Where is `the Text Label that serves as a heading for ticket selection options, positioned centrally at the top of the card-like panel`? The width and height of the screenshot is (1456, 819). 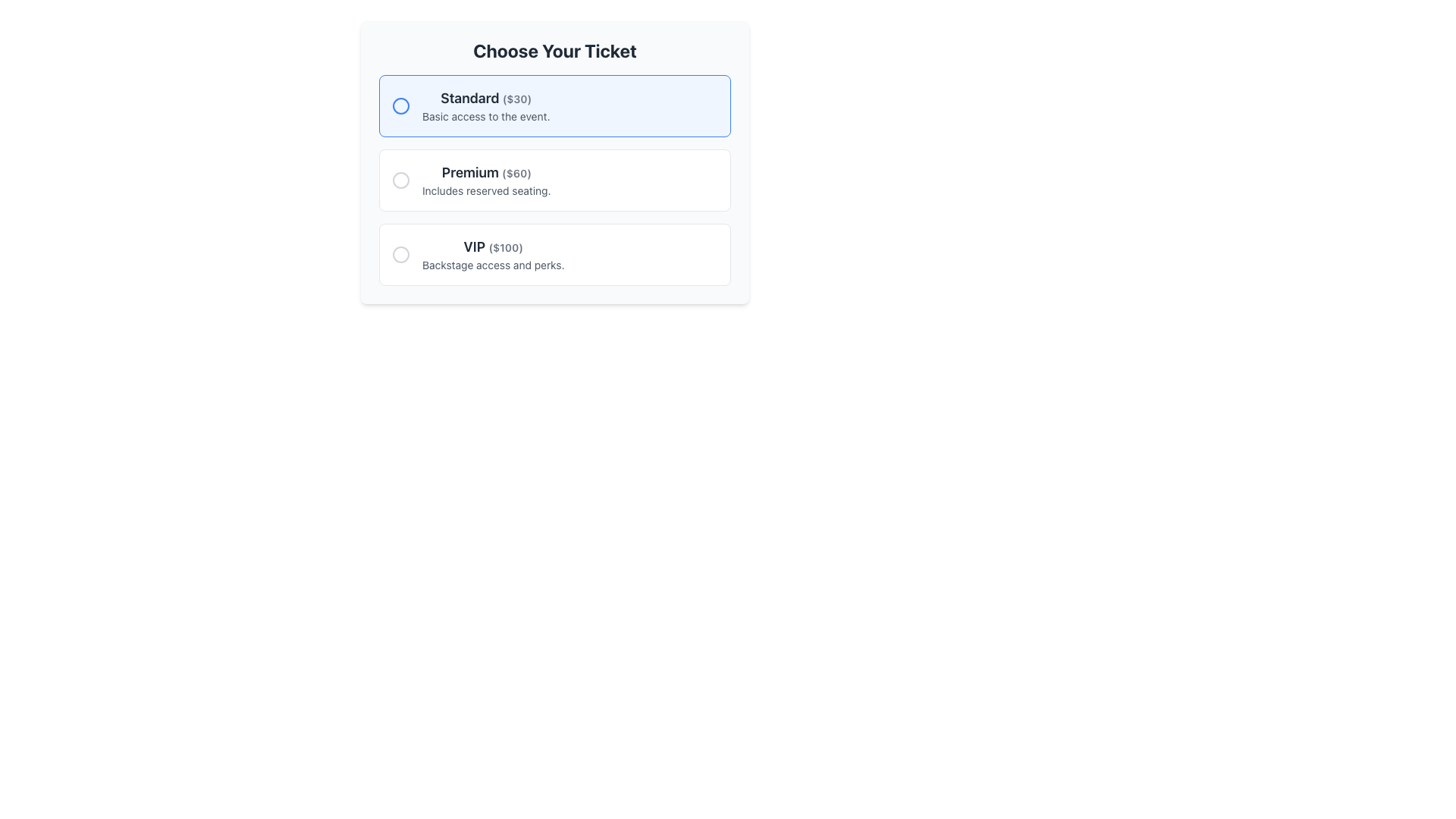
the Text Label that serves as a heading for ticket selection options, positioned centrally at the top of the card-like panel is located at coordinates (554, 49).